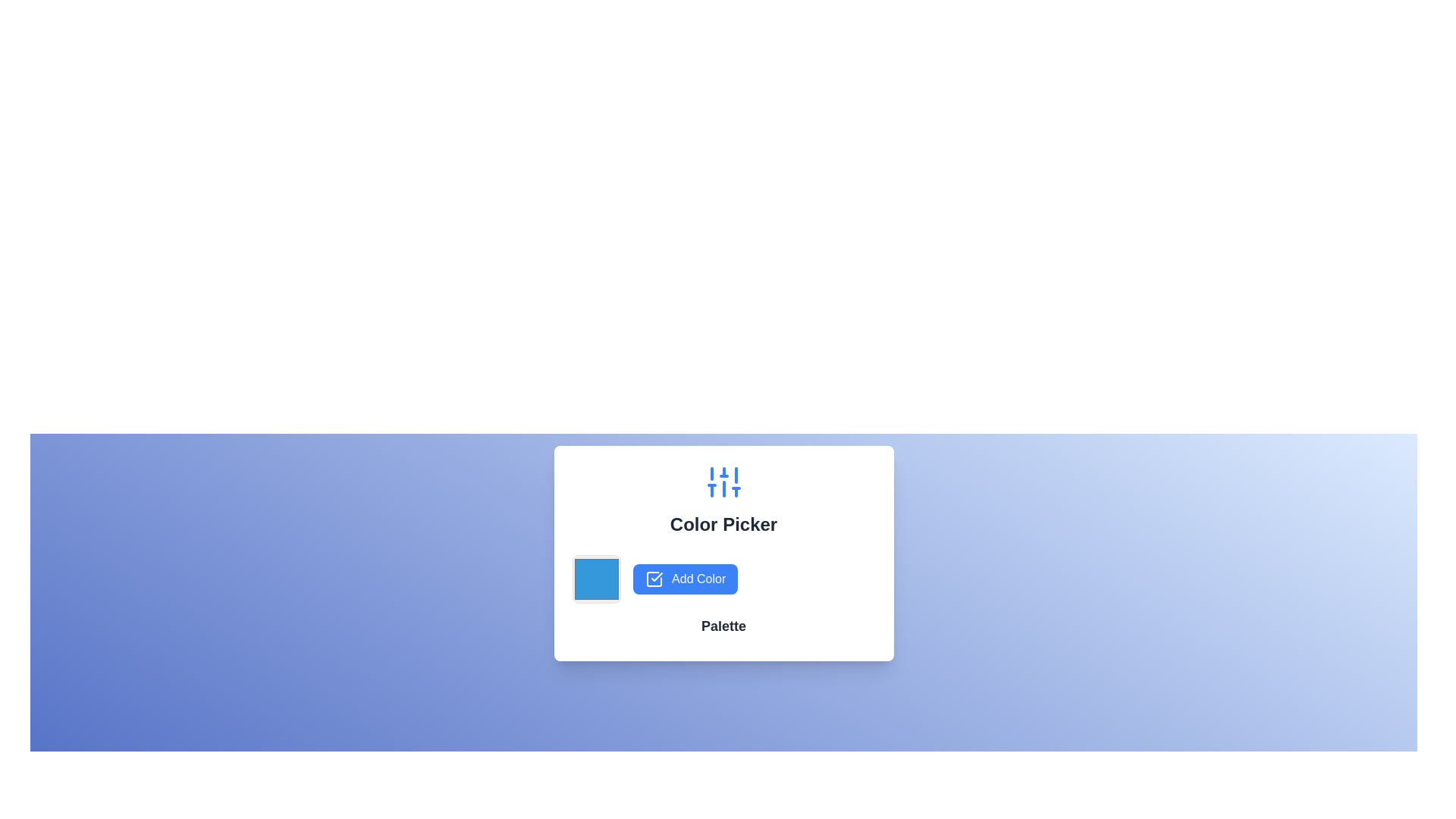  What do you see at coordinates (723, 579) in the screenshot?
I see `the color selection button located below the 'Color Picker' title and above the 'Palette' text` at bounding box center [723, 579].